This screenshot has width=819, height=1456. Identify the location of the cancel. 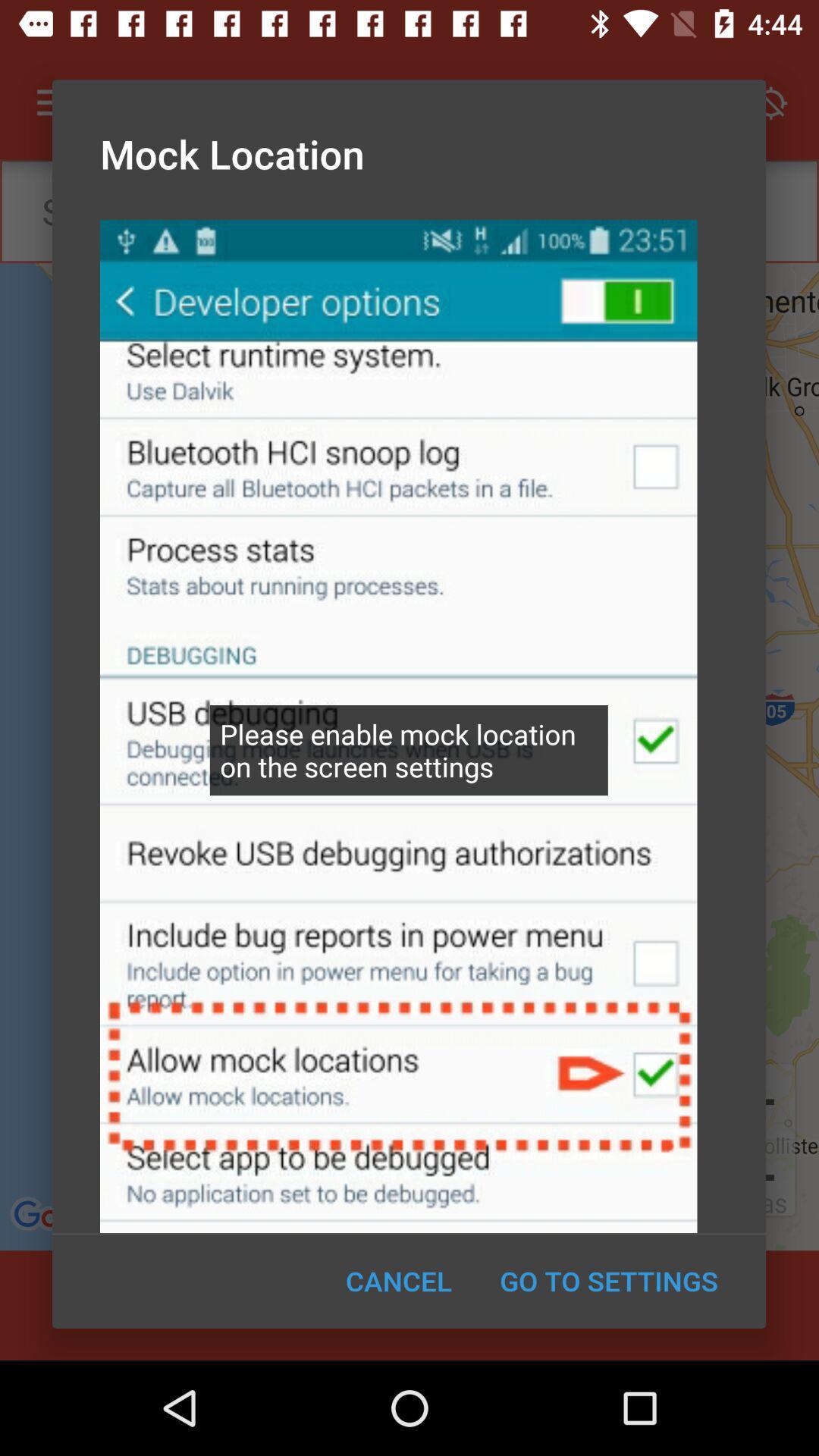
(398, 1280).